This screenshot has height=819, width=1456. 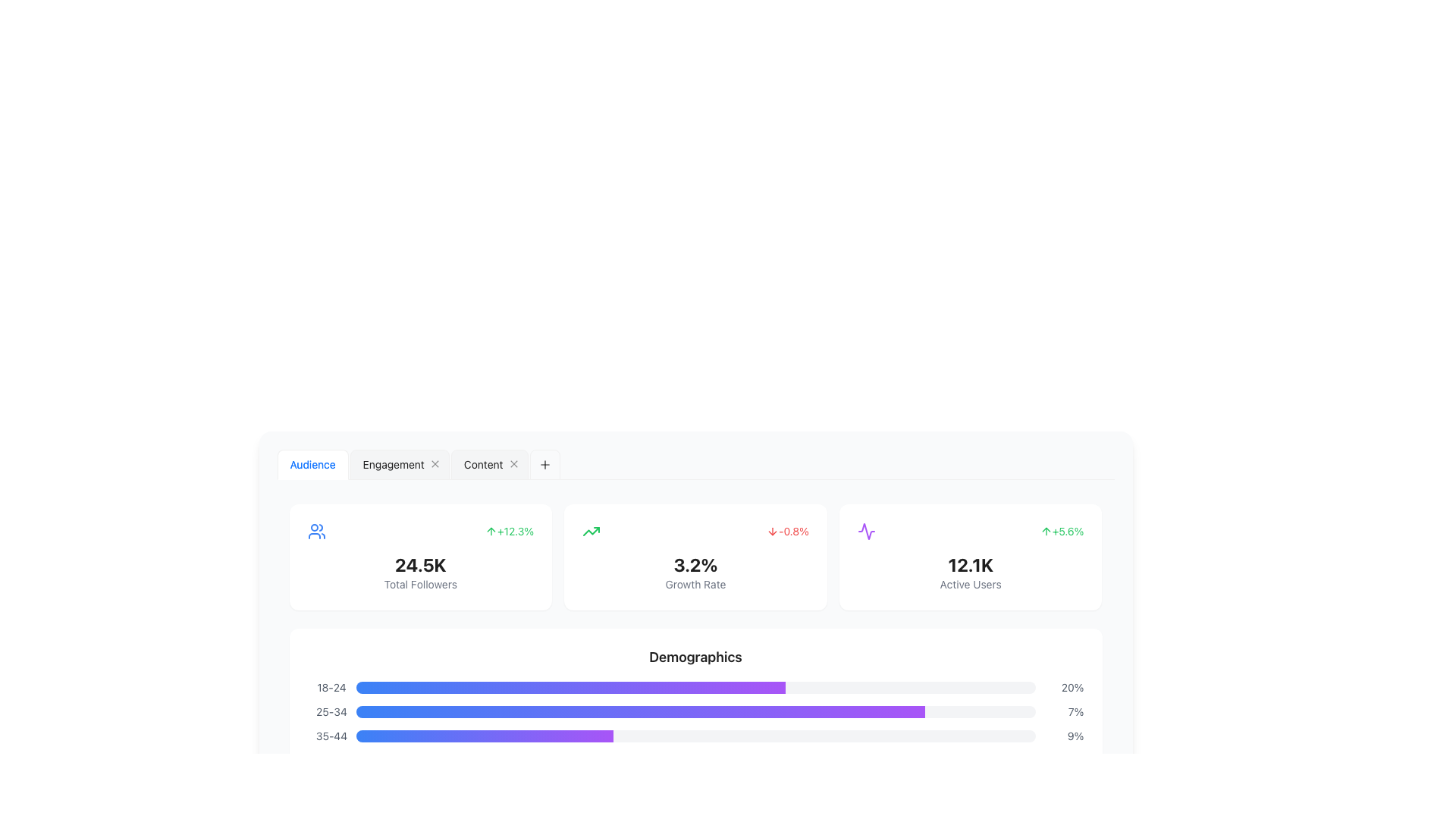 What do you see at coordinates (971, 584) in the screenshot?
I see `the text element displaying 'Active Users' in gray font, located beneath the numeral '12.1K' on the user analytics card` at bounding box center [971, 584].